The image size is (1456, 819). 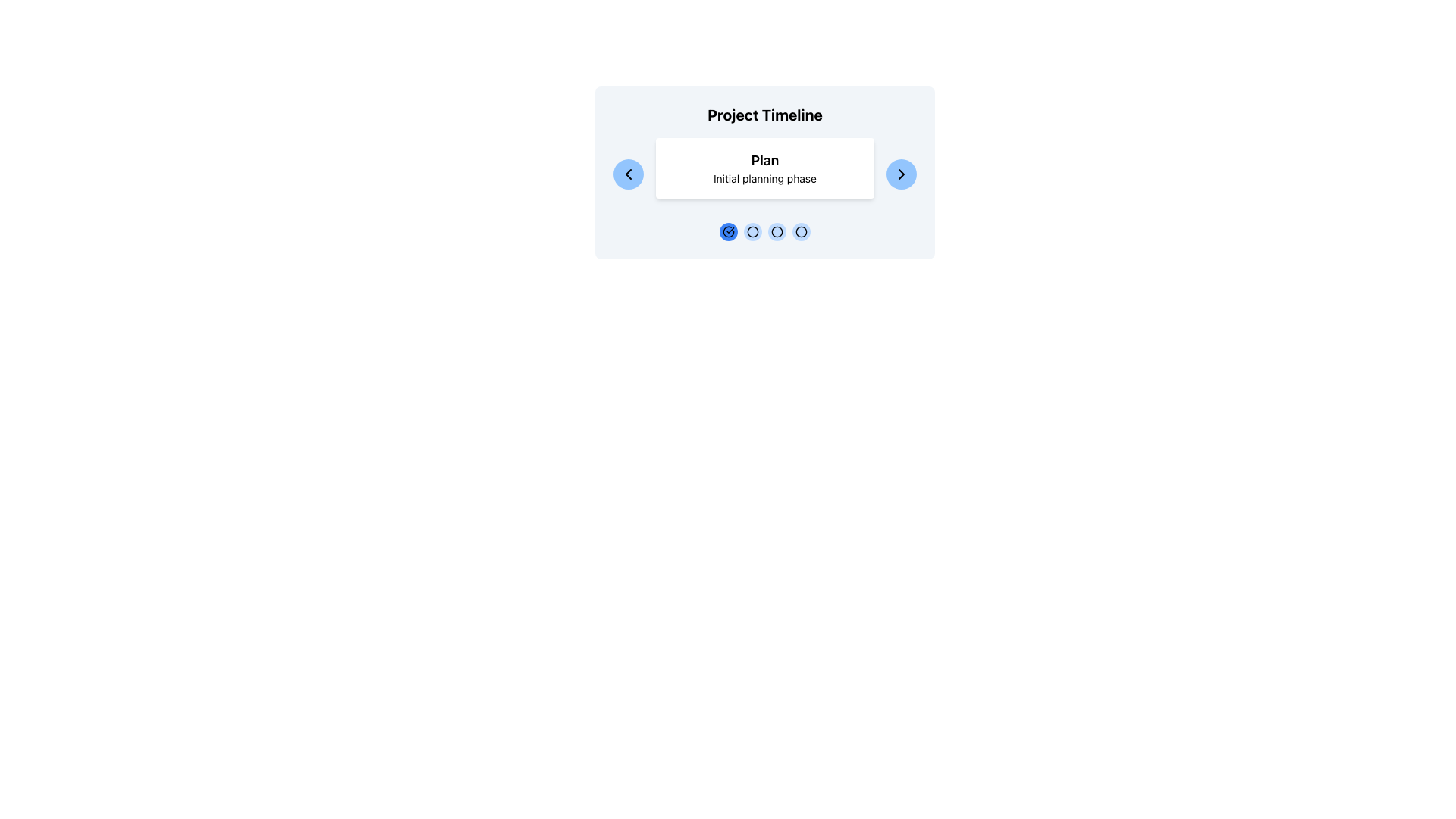 What do you see at coordinates (629, 174) in the screenshot?
I see `the chevron icon inside the blue circular button on the far left side of the 'Project Timeline' section` at bounding box center [629, 174].